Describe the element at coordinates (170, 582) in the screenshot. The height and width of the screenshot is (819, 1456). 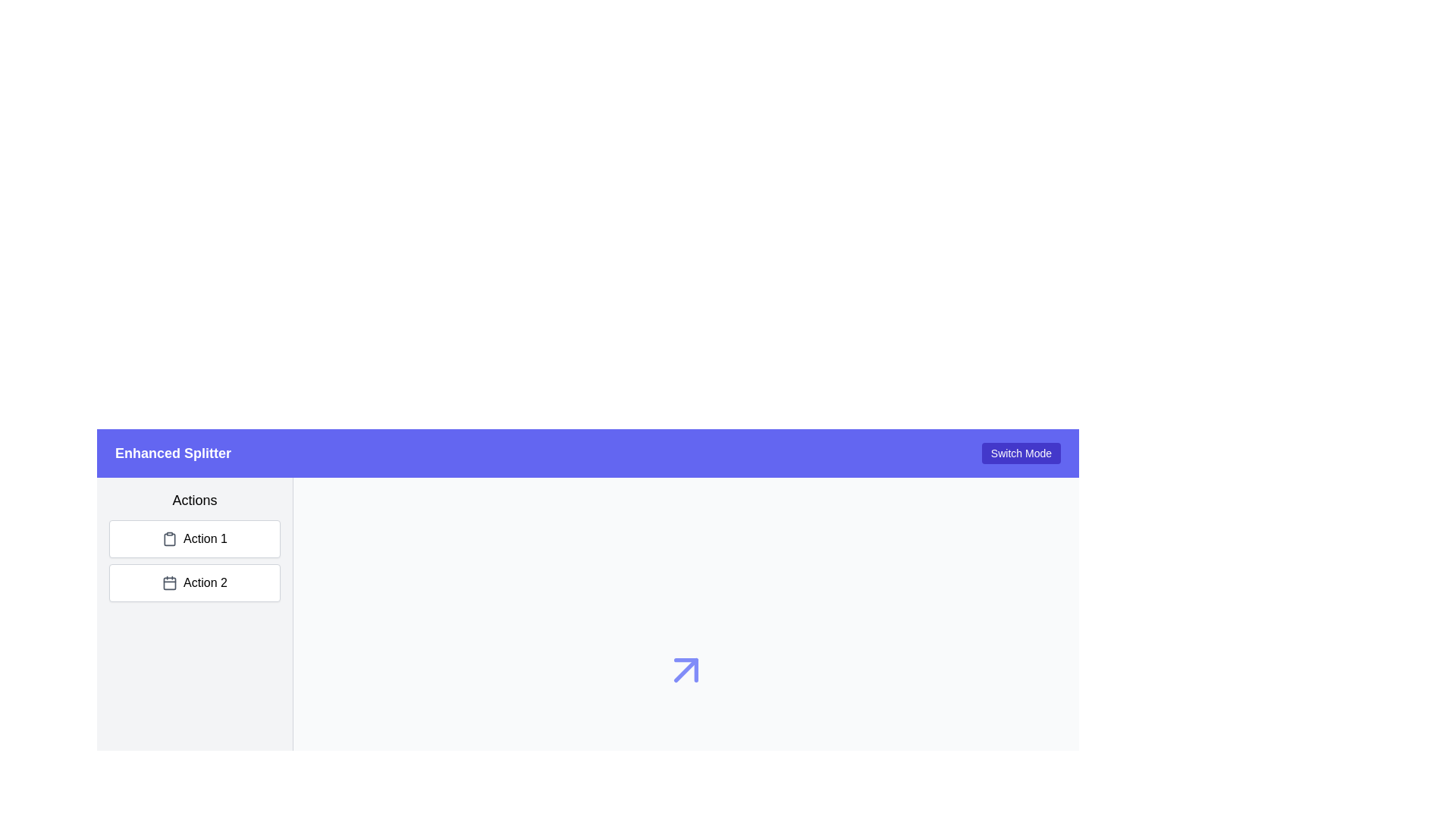
I see `the calendar icon's body represented by the SVG shape (rectangle with rounded corners) inside the second button labeled 'Action 2' in the 'Actions' column` at that location.